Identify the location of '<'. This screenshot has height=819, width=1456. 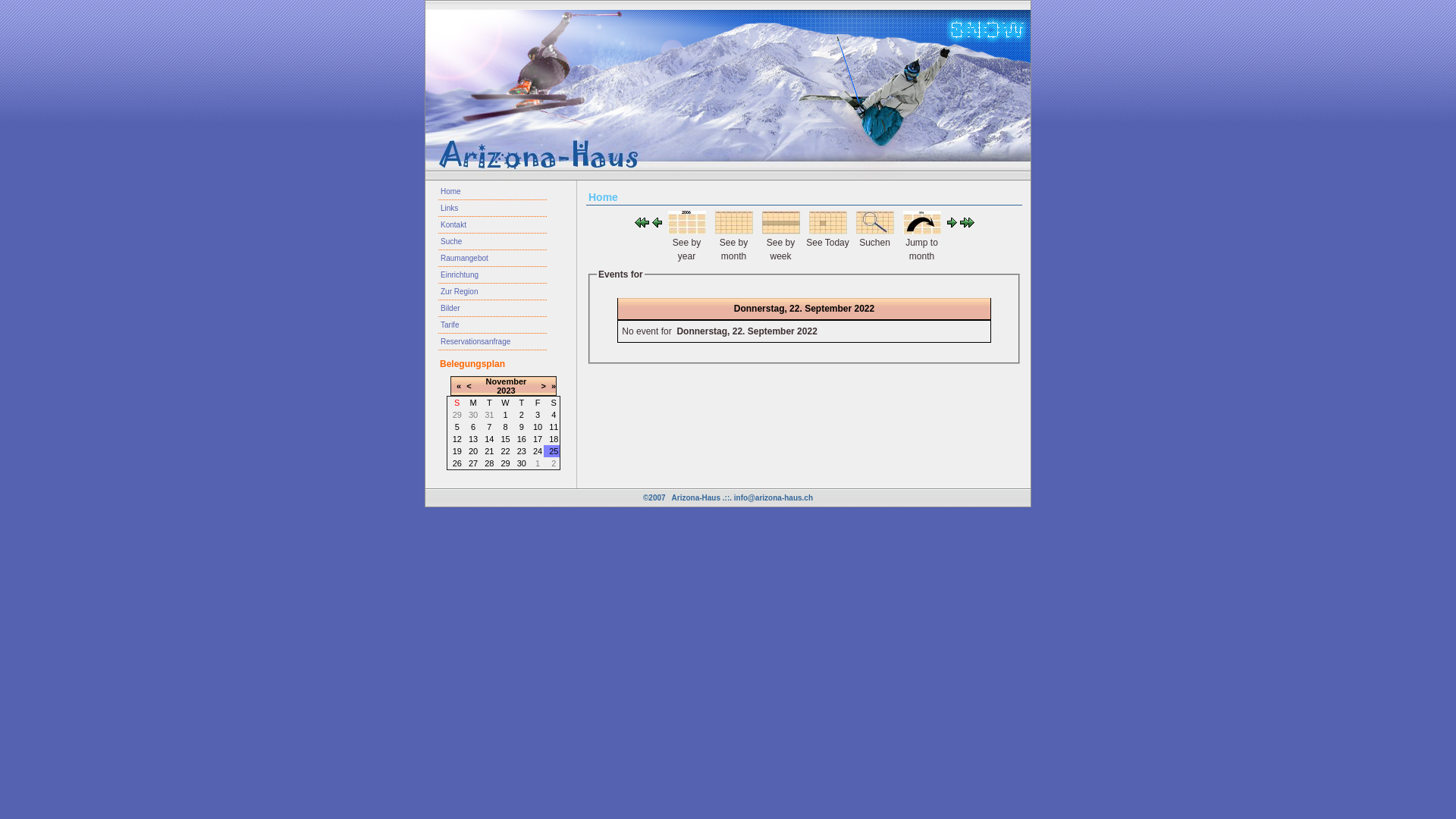
(468, 385).